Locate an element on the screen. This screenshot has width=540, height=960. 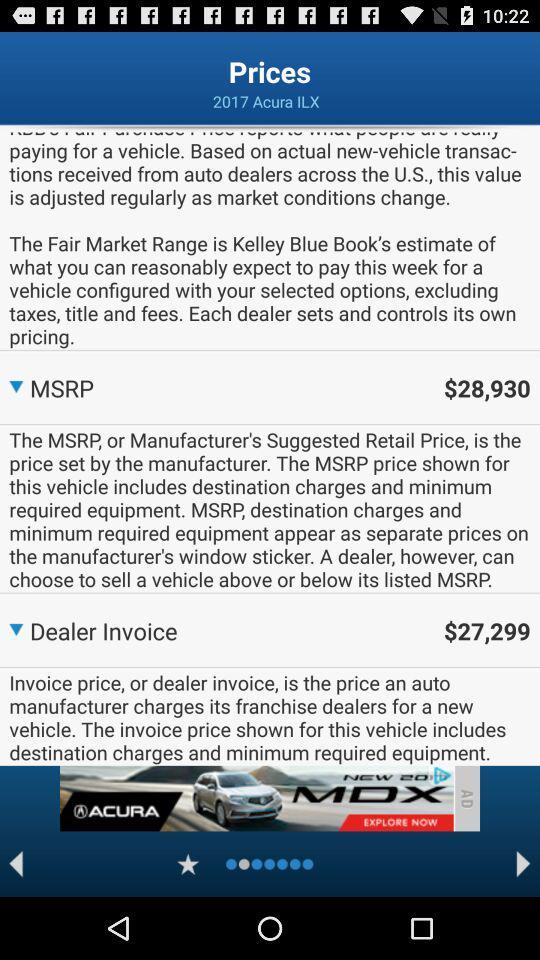
forward is located at coordinates (523, 863).